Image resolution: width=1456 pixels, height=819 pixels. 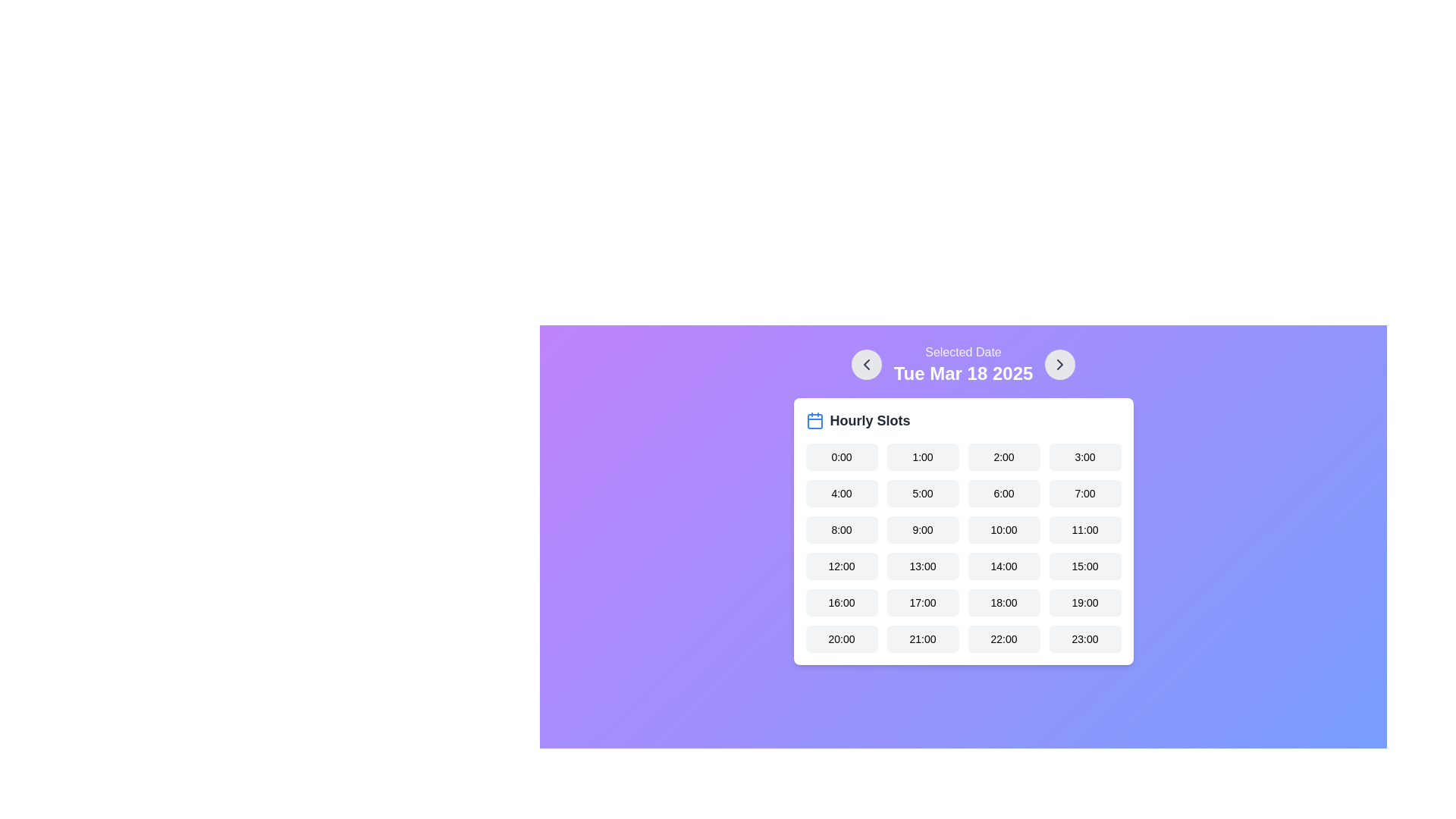 What do you see at coordinates (1059, 365) in the screenshot?
I see `the forward chevron icon button located in the top right section of the interface` at bounding box center [1059, 365].